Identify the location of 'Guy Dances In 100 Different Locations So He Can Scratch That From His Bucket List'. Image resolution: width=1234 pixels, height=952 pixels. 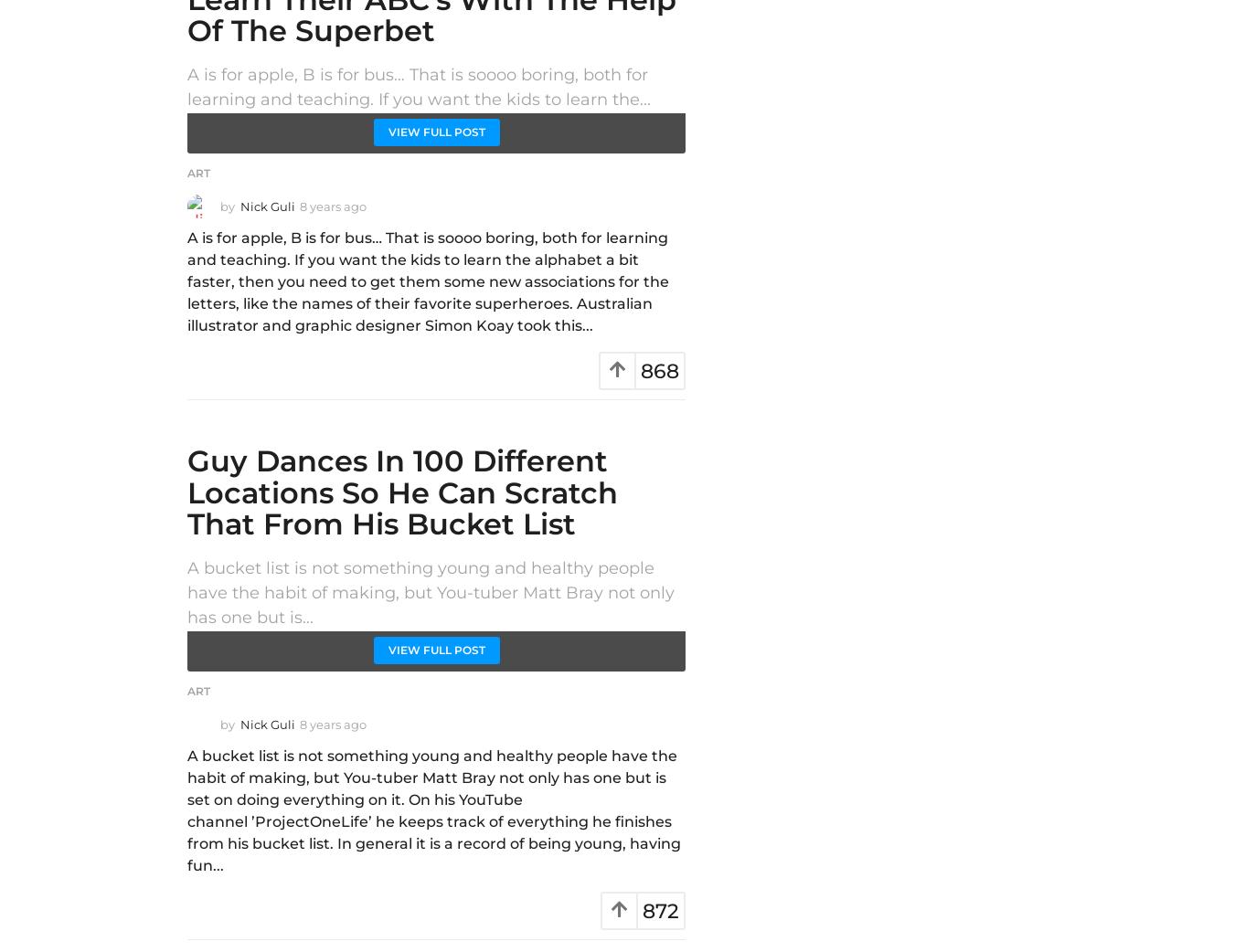
(402, 491).